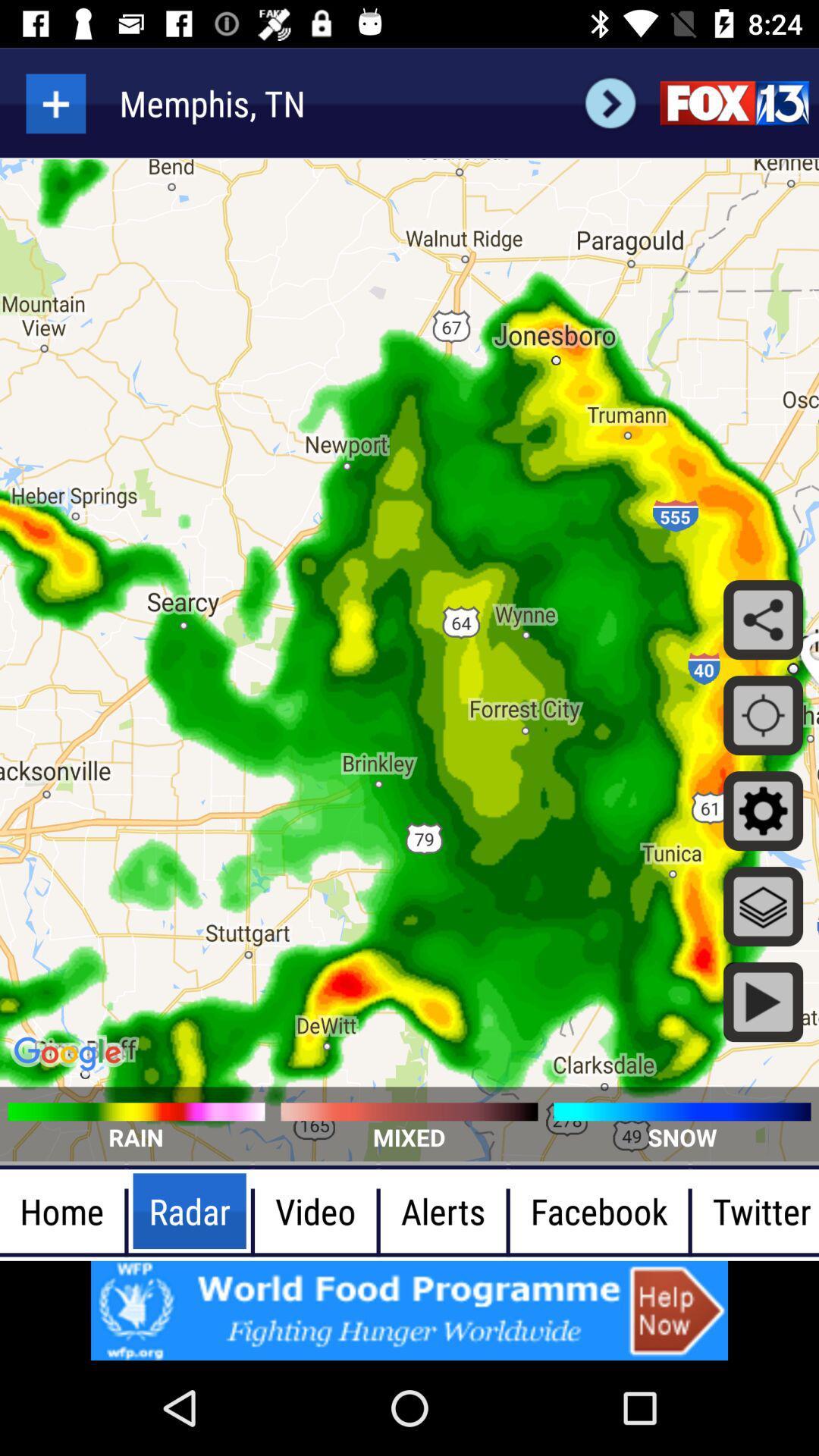  What do you see at coordinates (409, 1310) in the screenshot?
I see `advert` at bounding box center [409, 1310].